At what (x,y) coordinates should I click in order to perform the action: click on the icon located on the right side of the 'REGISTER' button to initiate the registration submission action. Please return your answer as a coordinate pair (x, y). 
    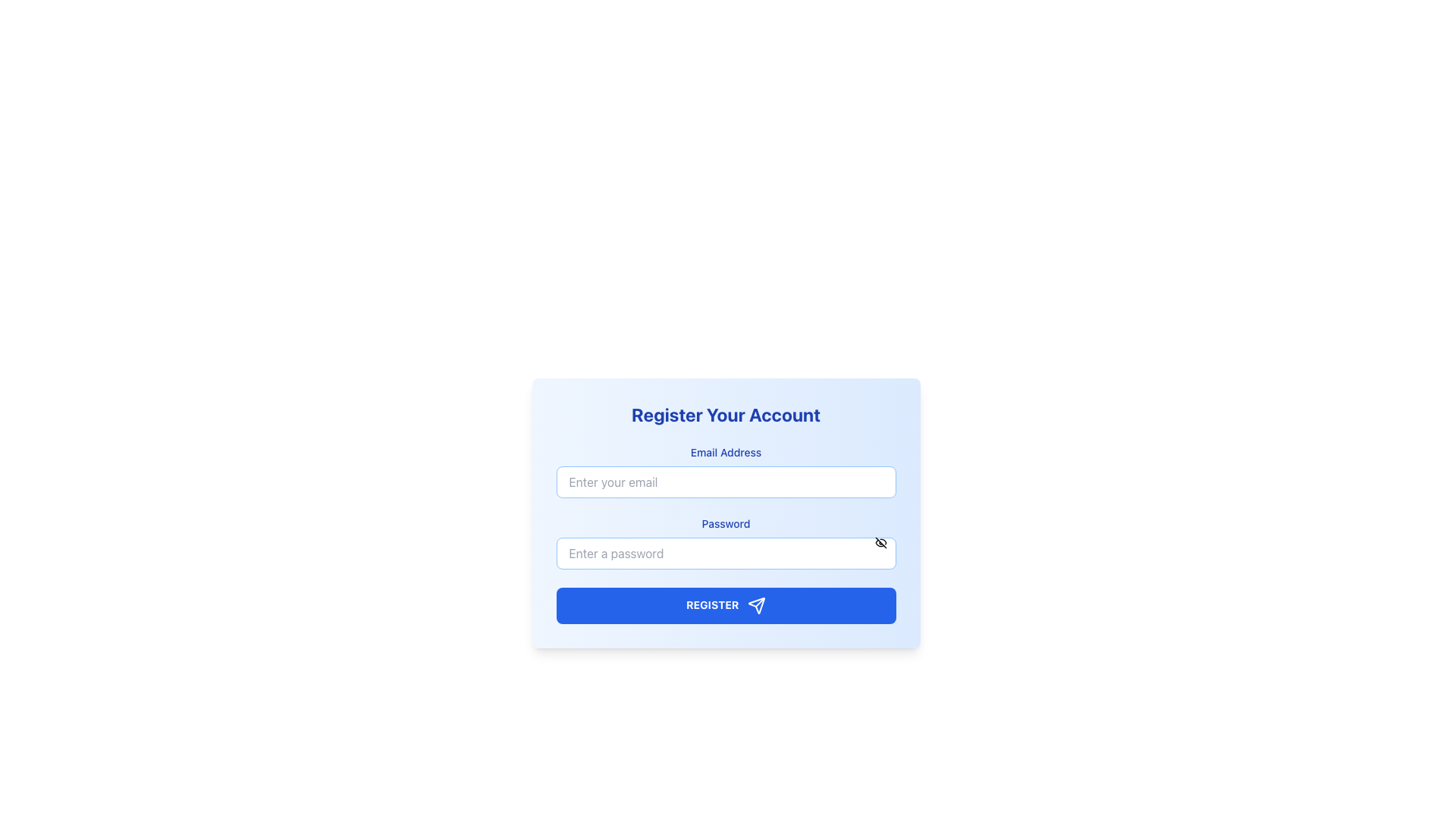
    Looking at the image, I should click on (757, 604).